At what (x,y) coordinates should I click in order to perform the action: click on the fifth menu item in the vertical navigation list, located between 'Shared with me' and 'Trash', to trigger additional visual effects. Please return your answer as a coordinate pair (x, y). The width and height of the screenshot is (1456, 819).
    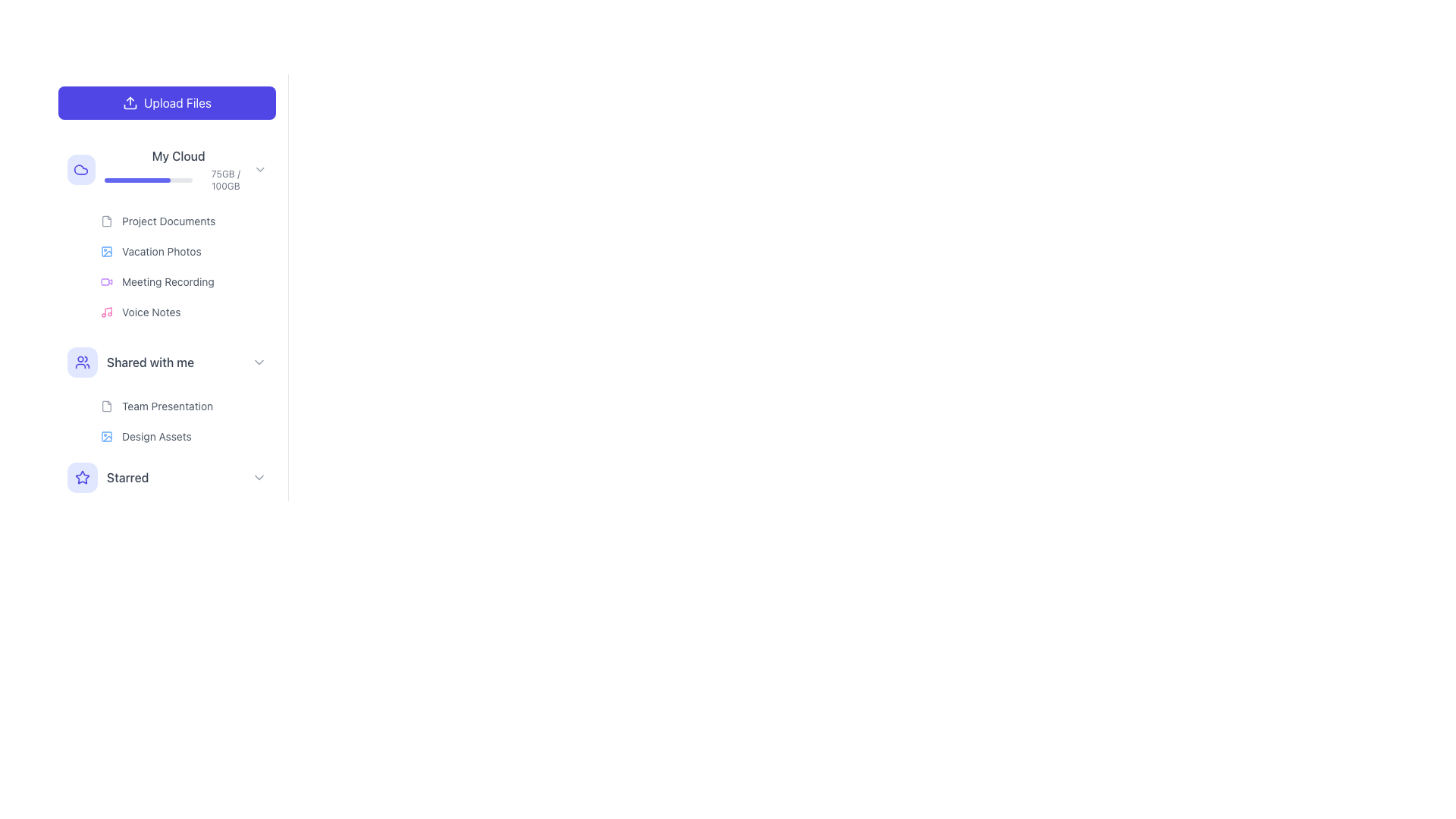
    Looking at the image, I should click on (167, 509).